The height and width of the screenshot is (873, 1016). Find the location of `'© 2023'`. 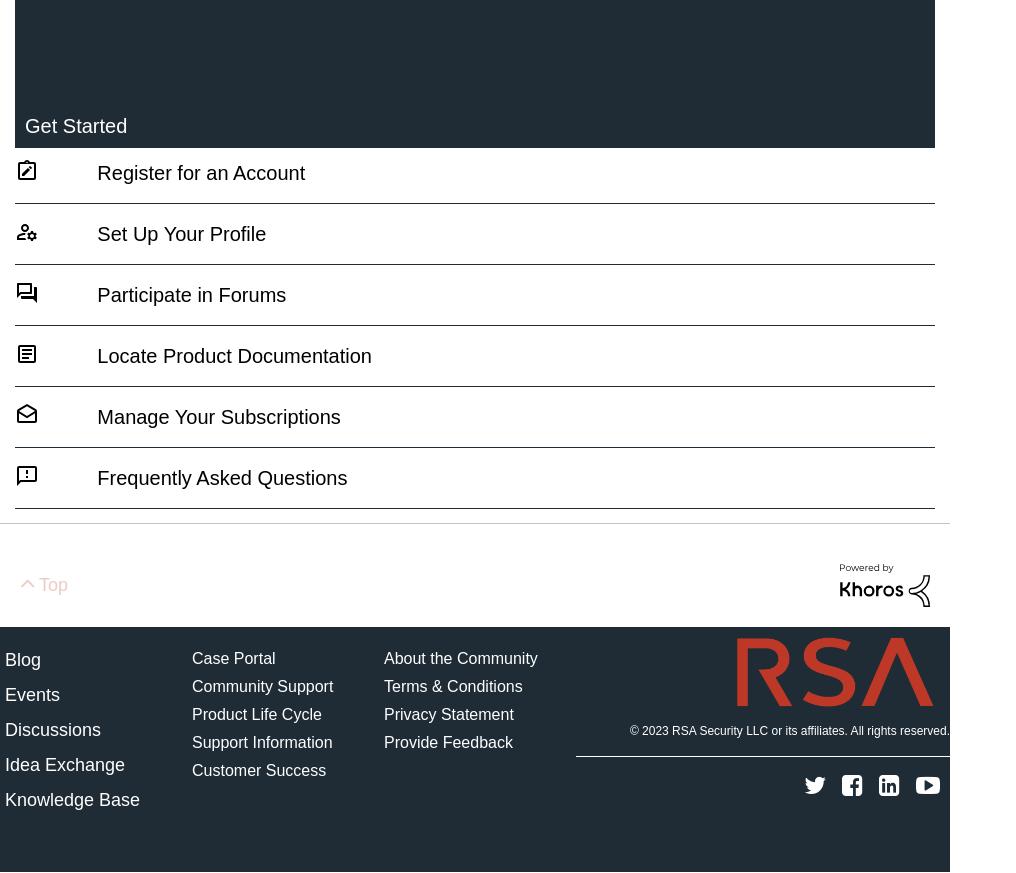

'© 2023' is located at coordinates (629, 729).